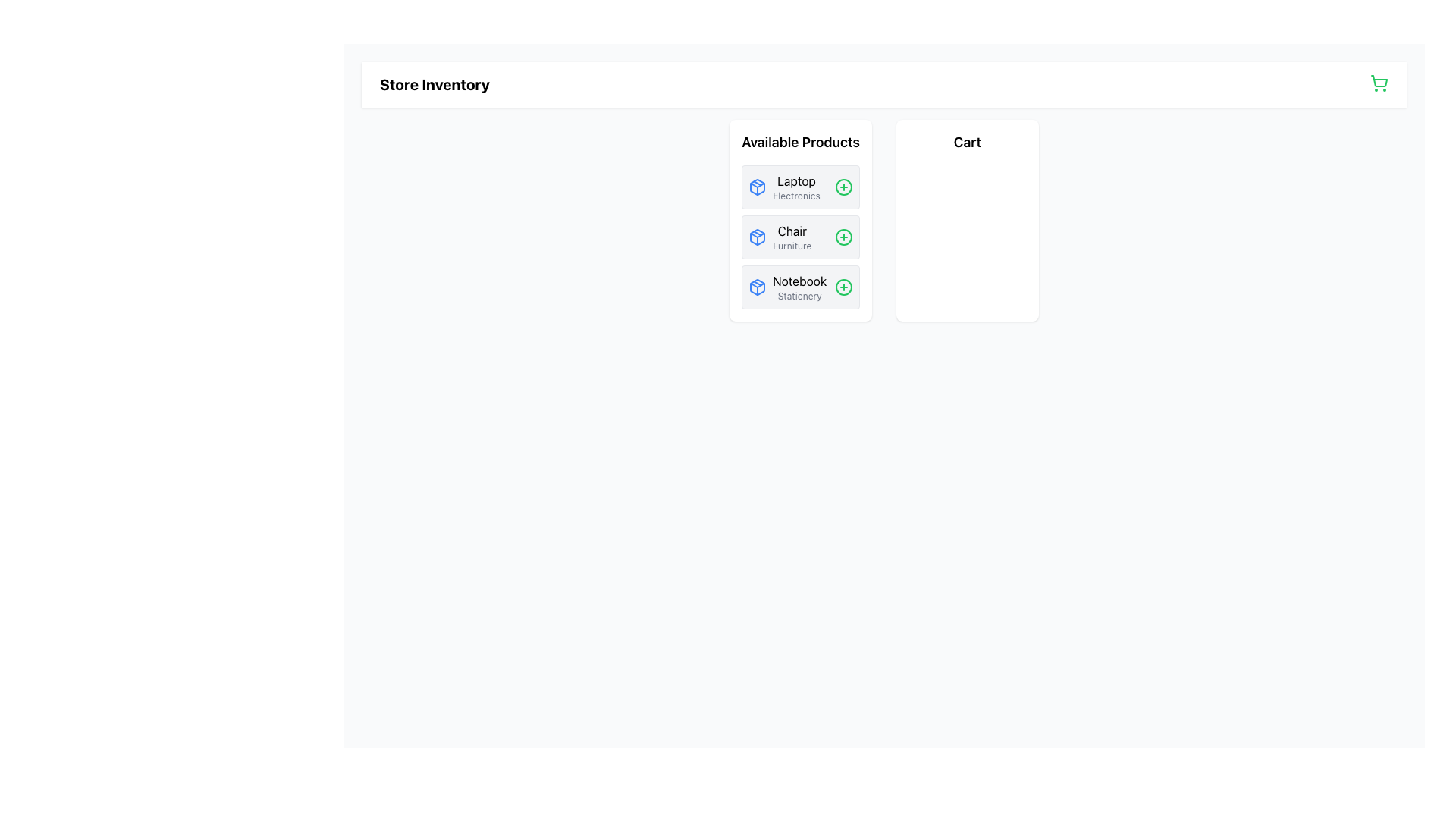  What do you see at coordinates (434, 84) in the screenshot?
I see `the static text element that indicates the title 'Store Inventory'` at bounding box center [434, 84].